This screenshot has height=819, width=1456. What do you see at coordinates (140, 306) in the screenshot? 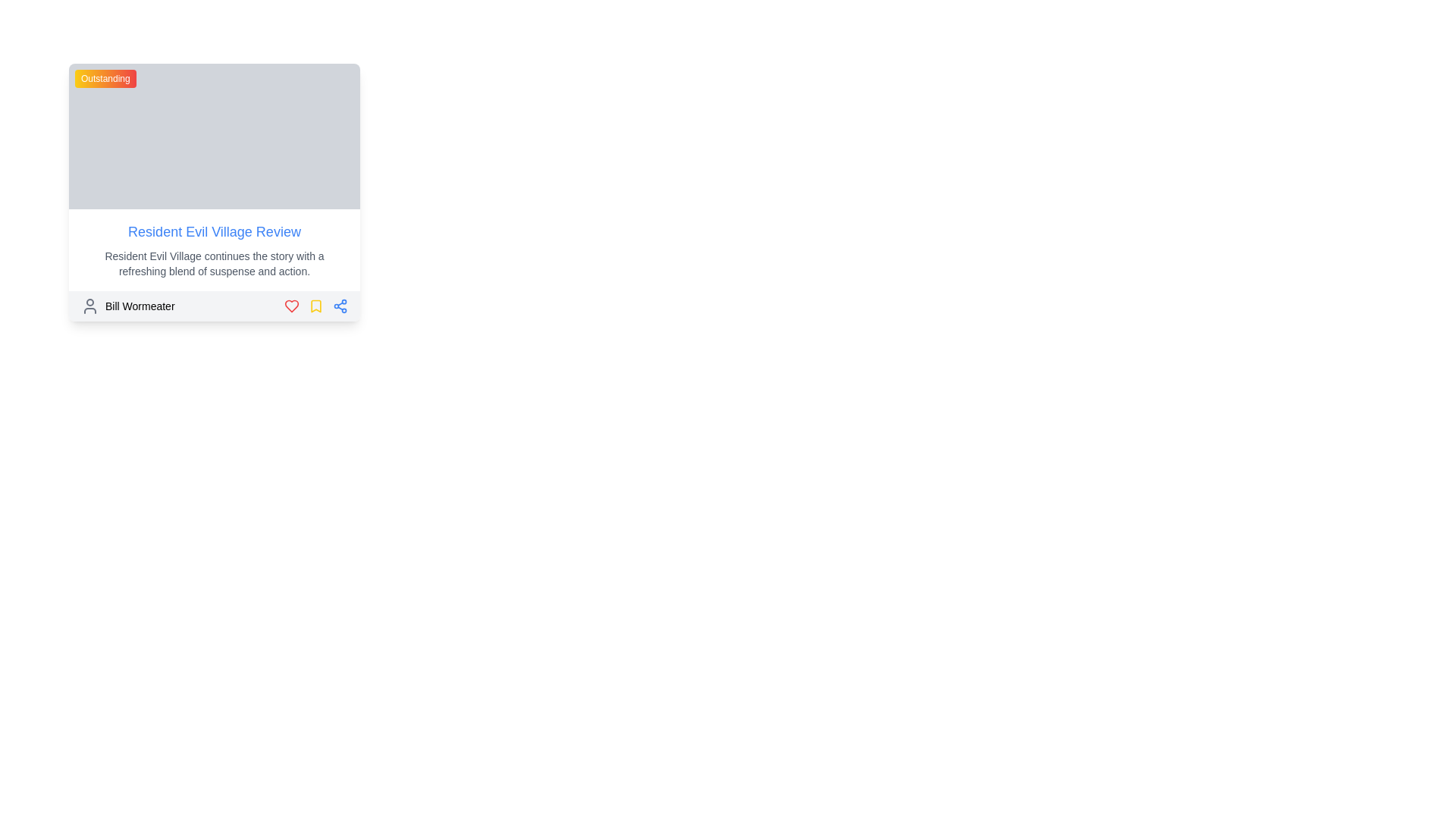
I see `the user associated with the name 'Bill Wormeater' displayed` at bounding box center [140, 306].